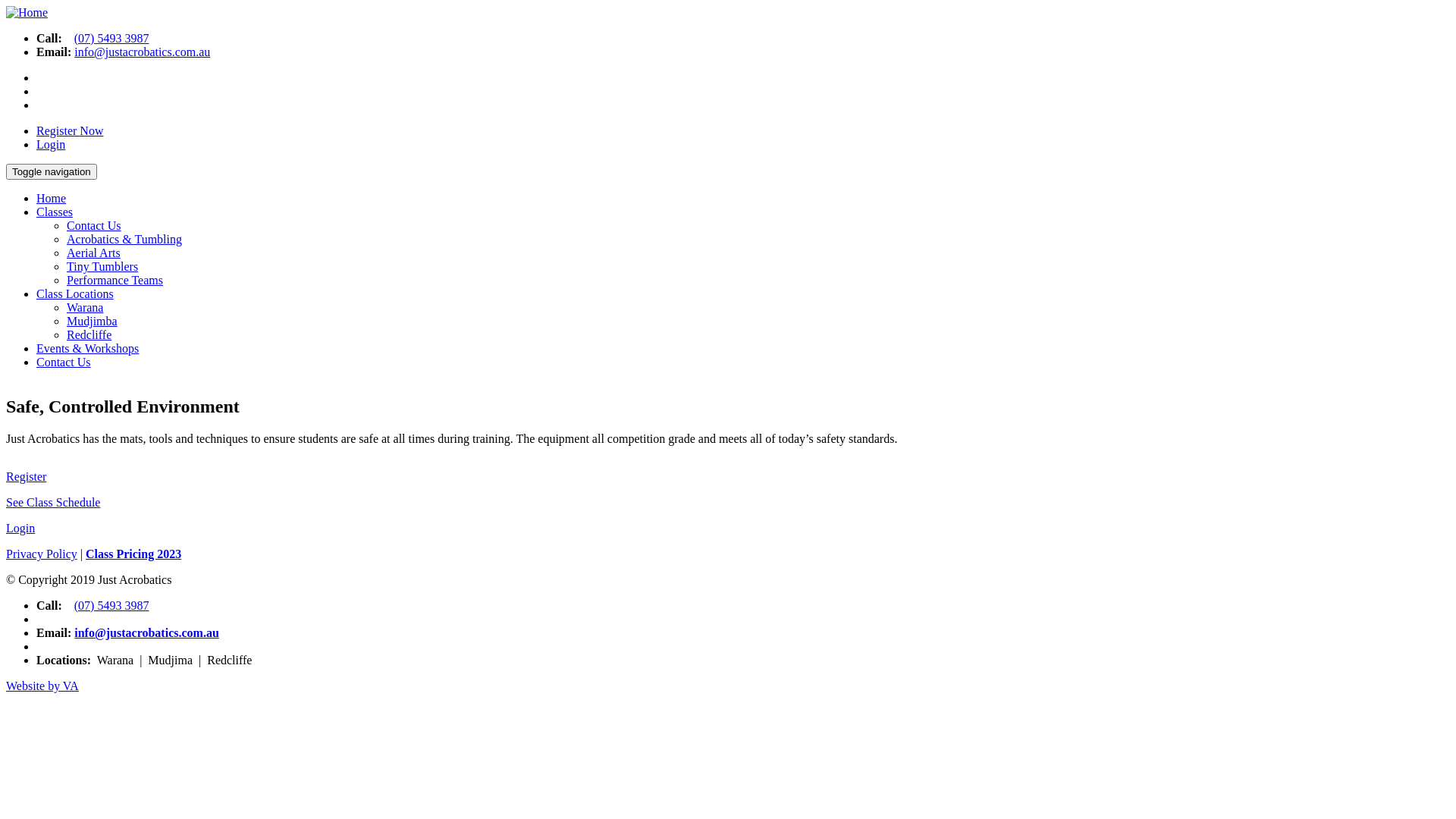  What do you see at coordinates (51, 144) in the screenshot?
I see `'Login'` at bounding box center [51, 144].